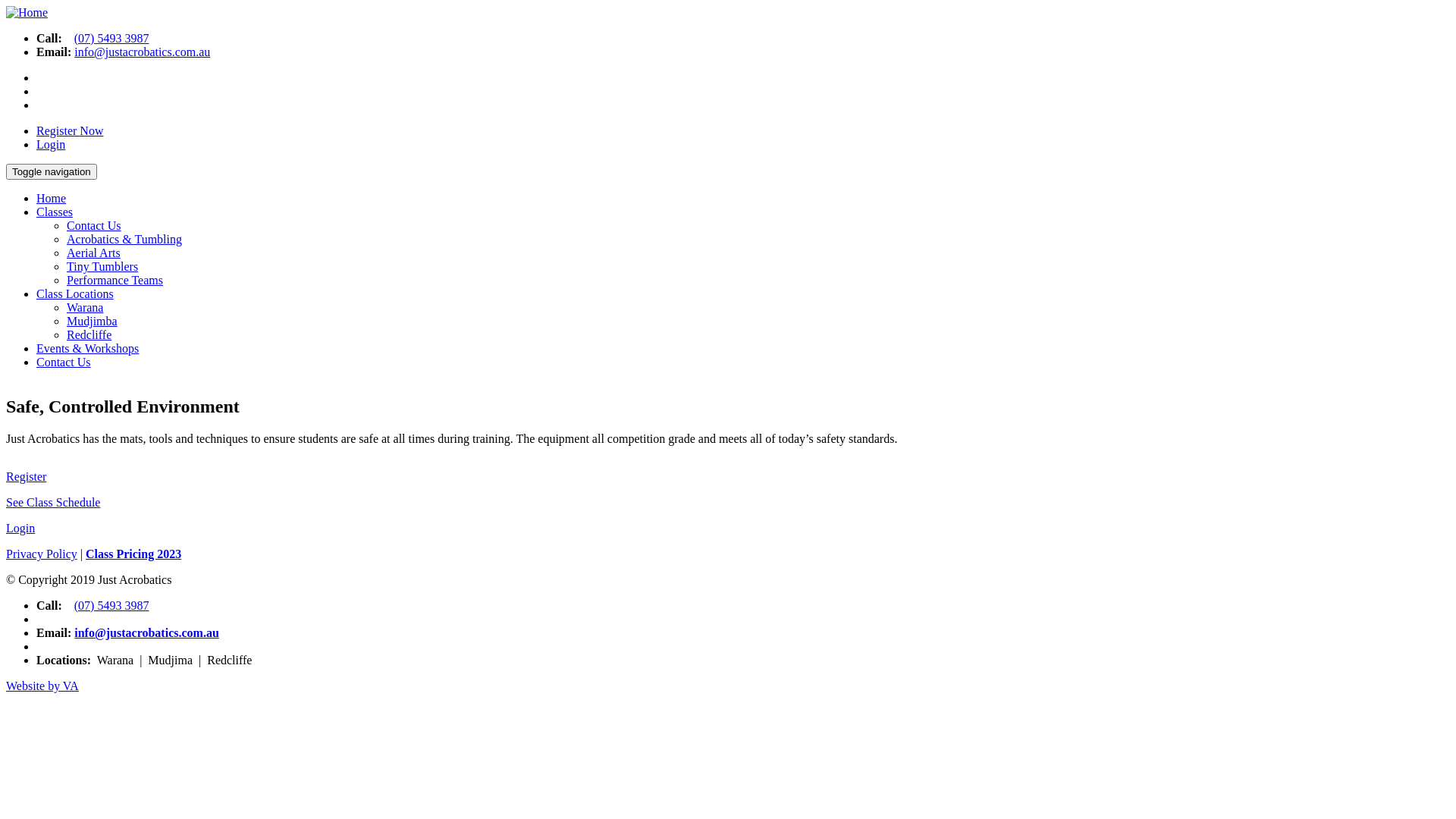  What do you see at coordinates (51, 144) in the screenshot?
I see `'Login'` at bounding box center [51, 144].